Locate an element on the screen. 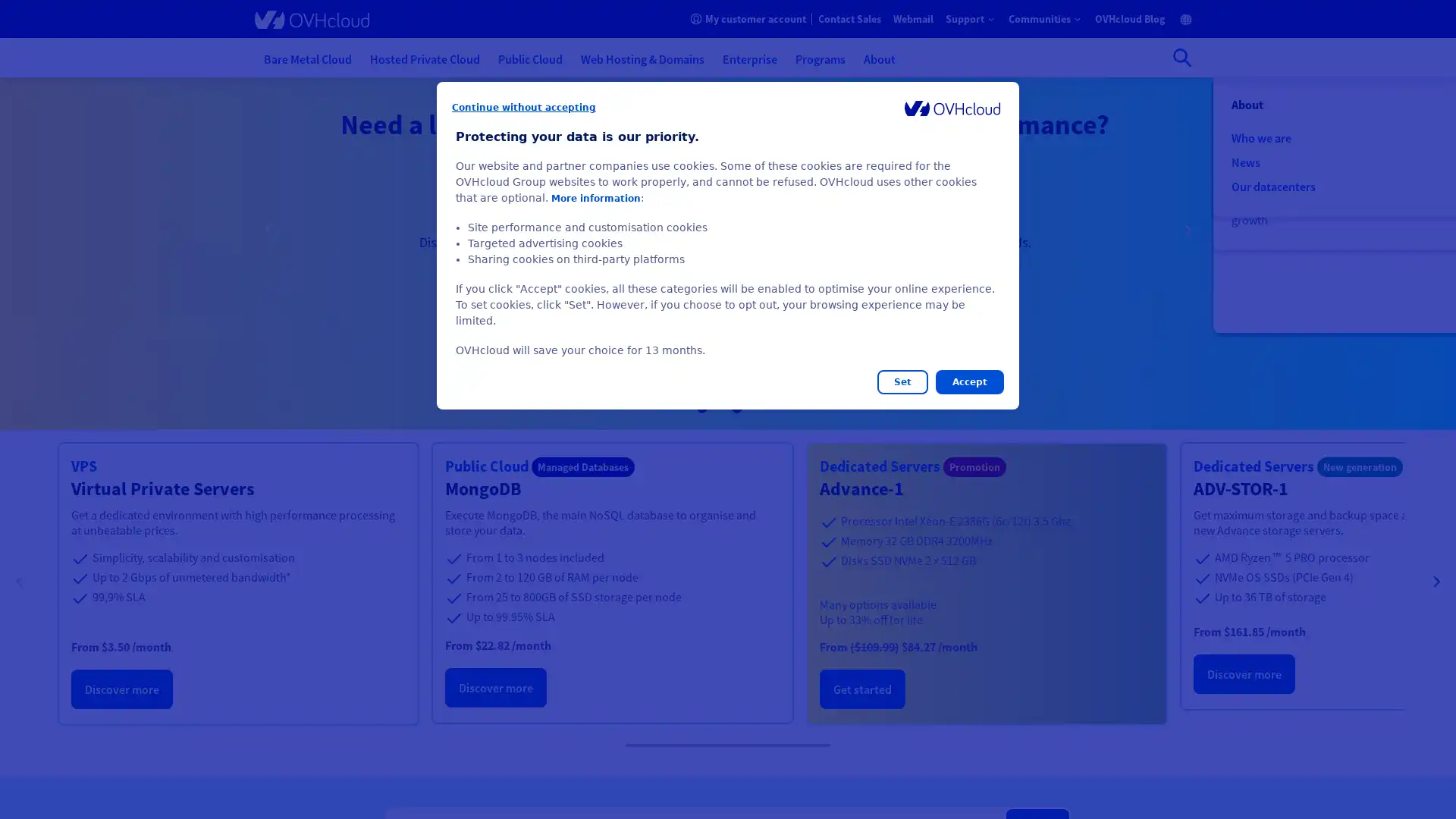  Discover more is located at coordinates (1244, 673).